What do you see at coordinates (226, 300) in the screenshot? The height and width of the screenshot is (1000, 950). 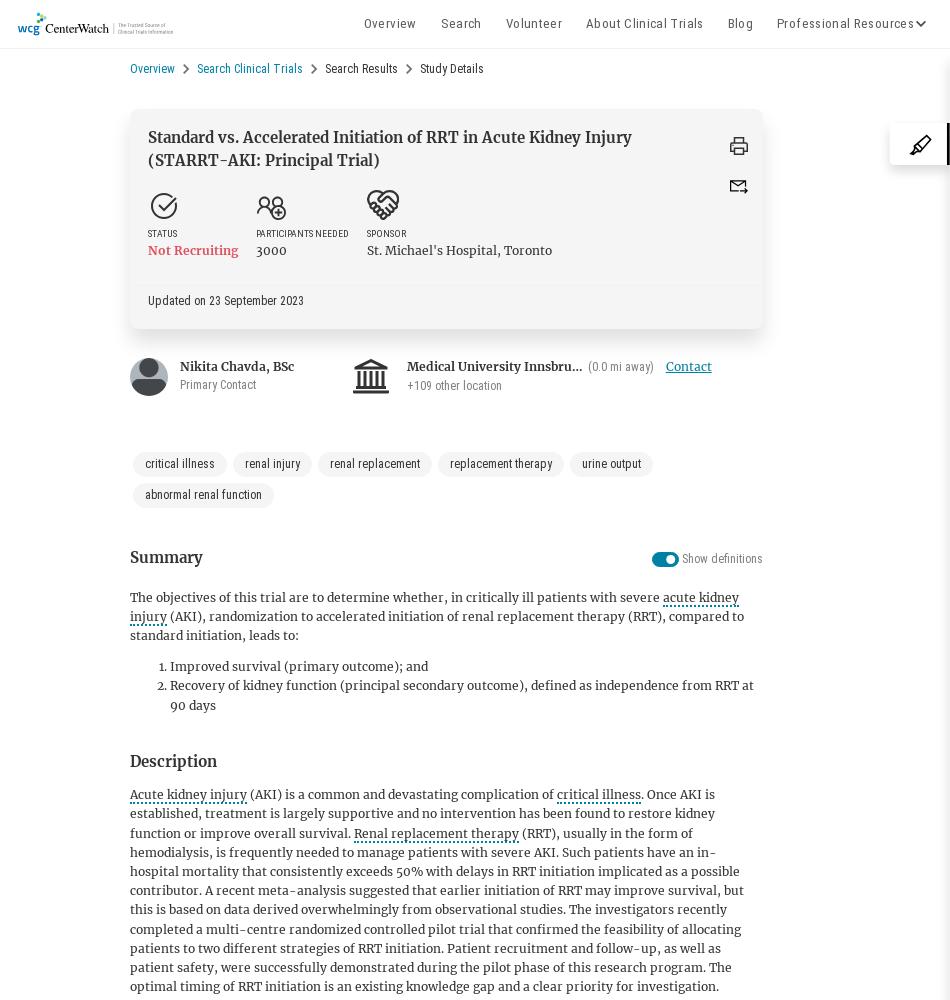 I see `'Updated on 23 September 2023'` at bounding box center [226, 300].